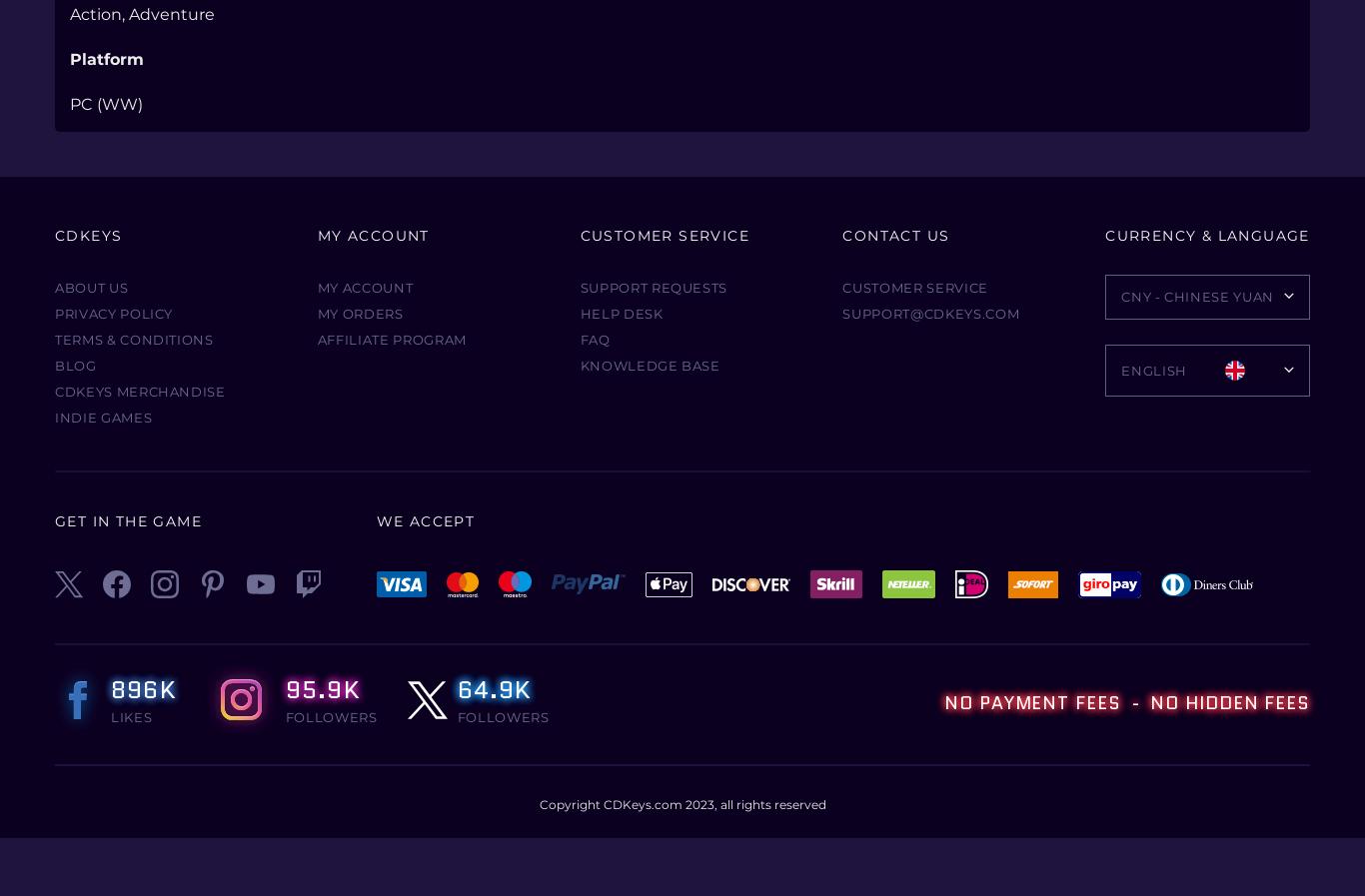  Describe the element at coordinates (91, 287) in the screenshot. I see `'About Us'` at that location.